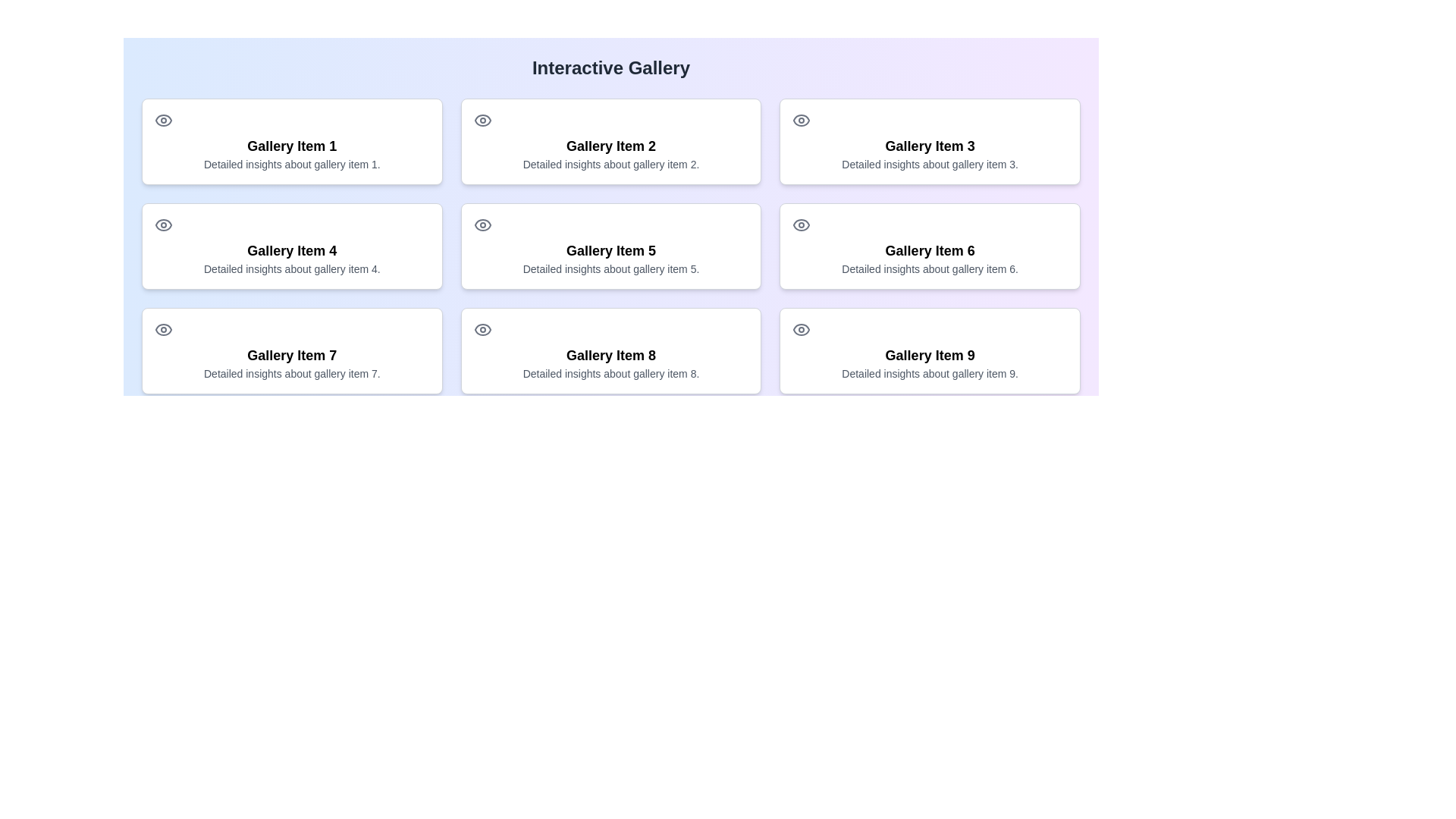 Image resolution: width=1456 pixels, height=819 pixels. Describe the element at coordinates (929, 245) in the screenshot. I see `the card displaying 'Gallery Item 6' with an eye icon on the top left, located in the middle row and last column of the grid layout` at that location.